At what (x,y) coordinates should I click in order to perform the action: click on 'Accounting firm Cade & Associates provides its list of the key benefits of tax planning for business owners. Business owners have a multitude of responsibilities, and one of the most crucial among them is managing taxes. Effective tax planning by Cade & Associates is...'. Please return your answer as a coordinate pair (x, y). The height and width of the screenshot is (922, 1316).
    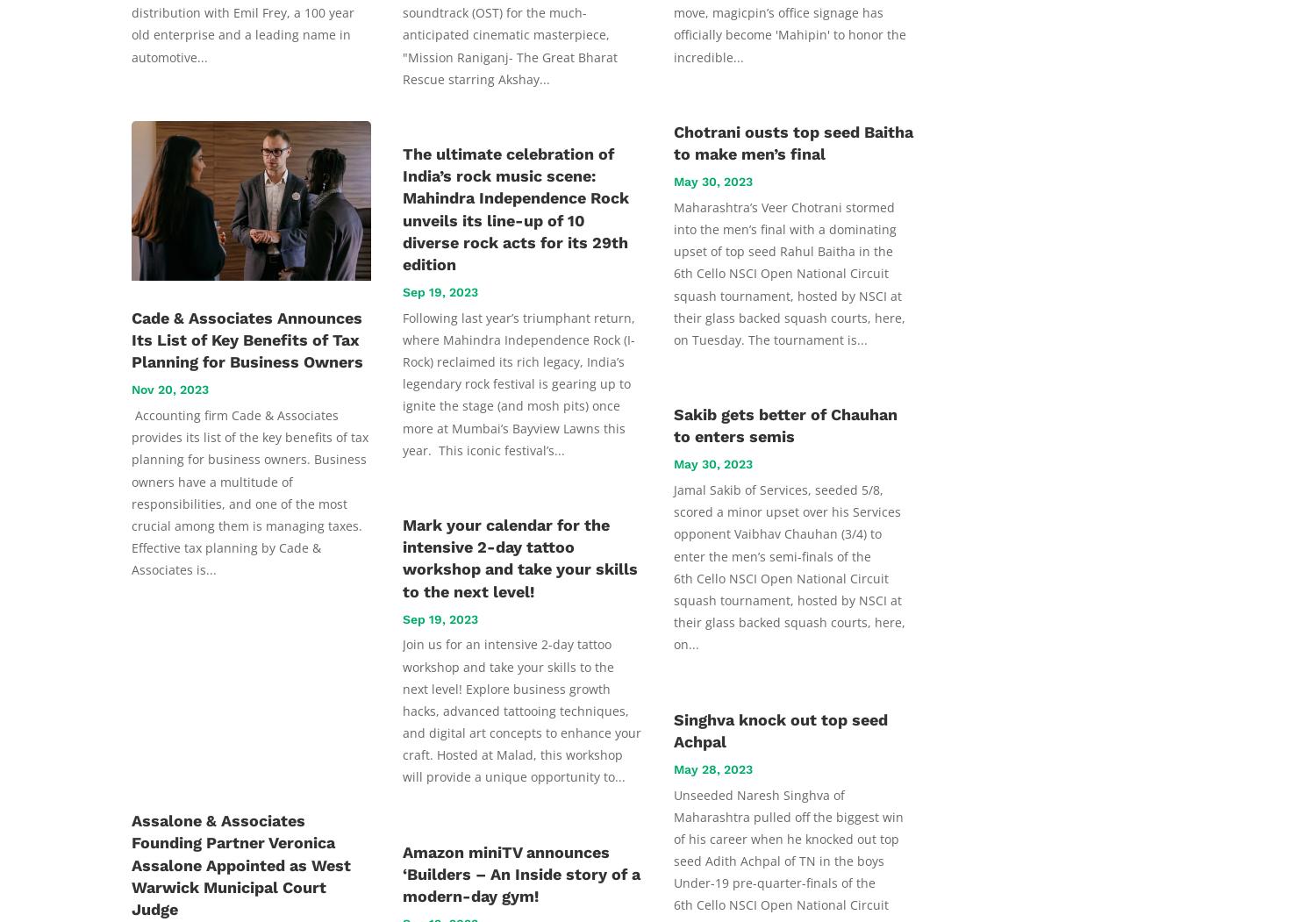
    Looking at the image, I should click on (250, 491).